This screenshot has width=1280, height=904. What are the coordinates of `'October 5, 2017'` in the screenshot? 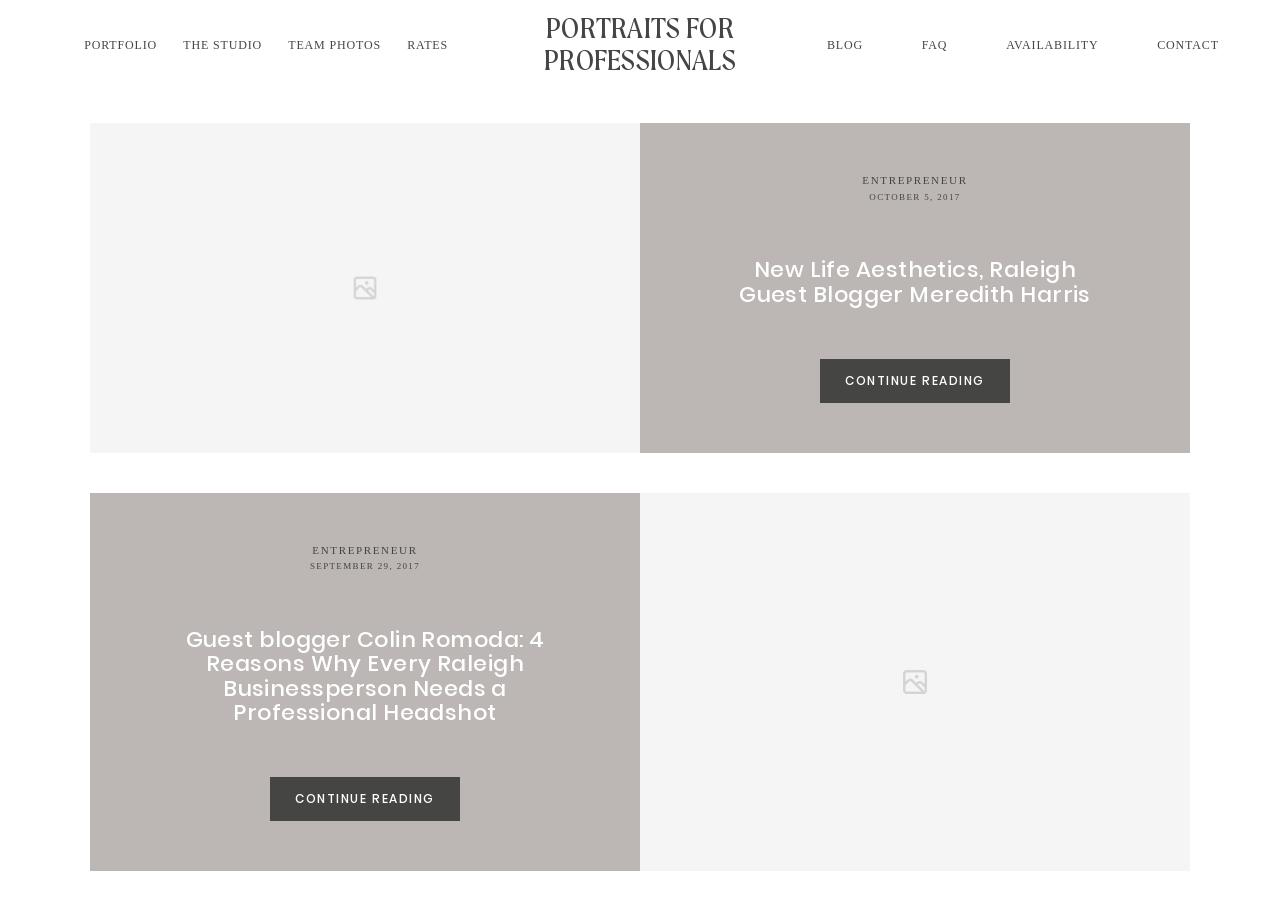 It's located at (913, 195).